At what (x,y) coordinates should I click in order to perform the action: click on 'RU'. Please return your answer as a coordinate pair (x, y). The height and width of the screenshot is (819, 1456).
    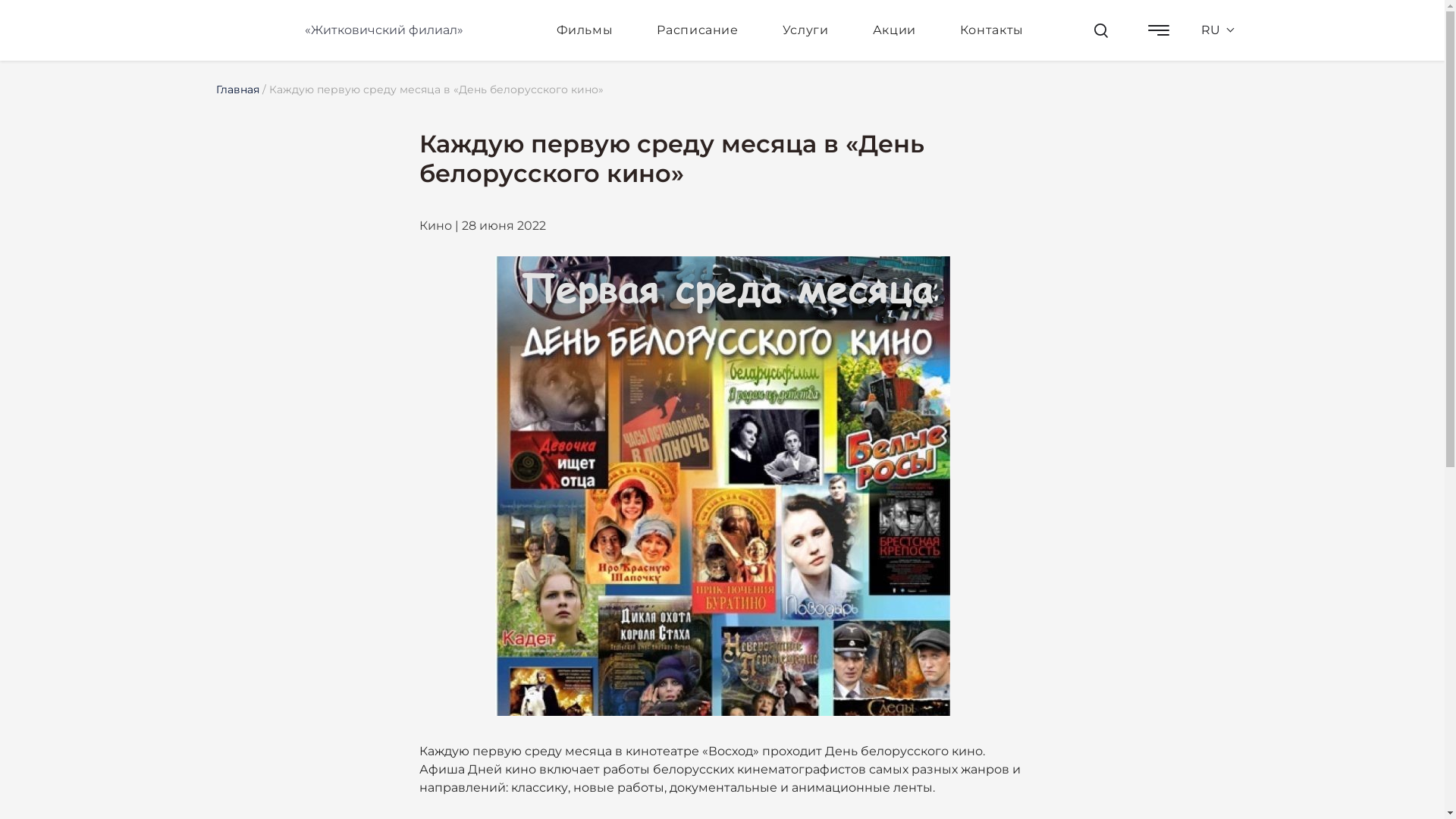
    Looking at the image, I should click on (1191, 30).